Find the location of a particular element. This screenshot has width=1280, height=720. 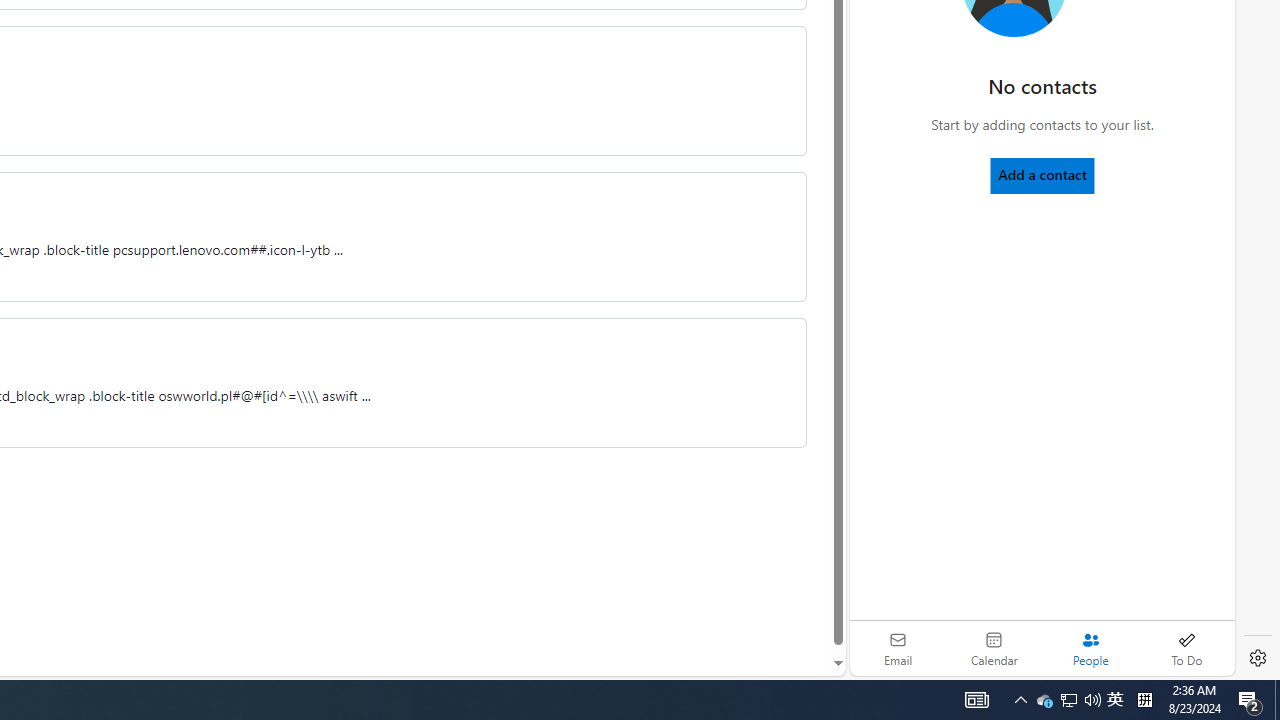

'Email' is located at coordinates (897, 648).